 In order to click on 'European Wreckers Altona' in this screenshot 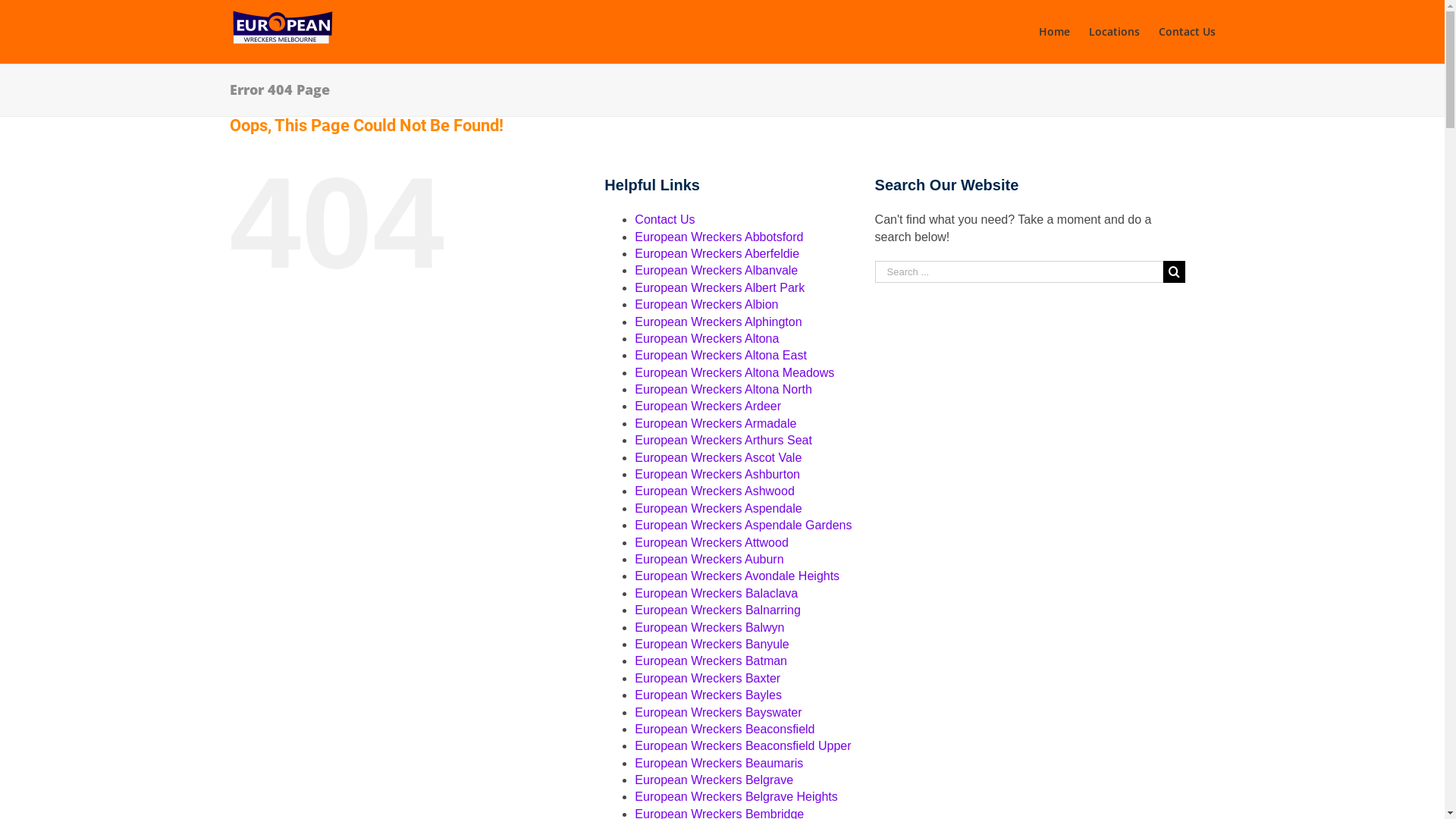, I will do `click(705, 337)`.